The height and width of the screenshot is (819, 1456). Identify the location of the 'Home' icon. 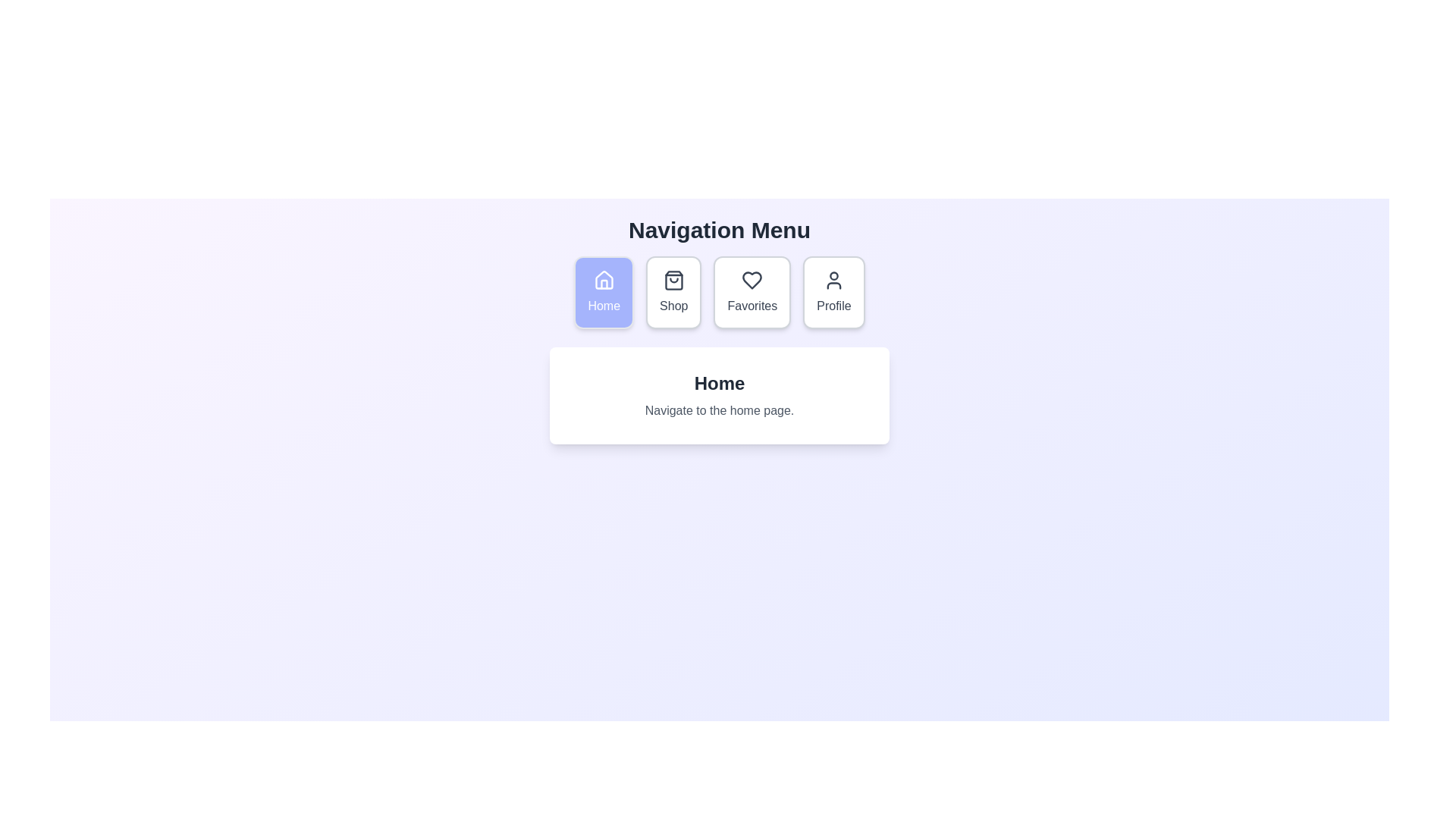
(603, 284).